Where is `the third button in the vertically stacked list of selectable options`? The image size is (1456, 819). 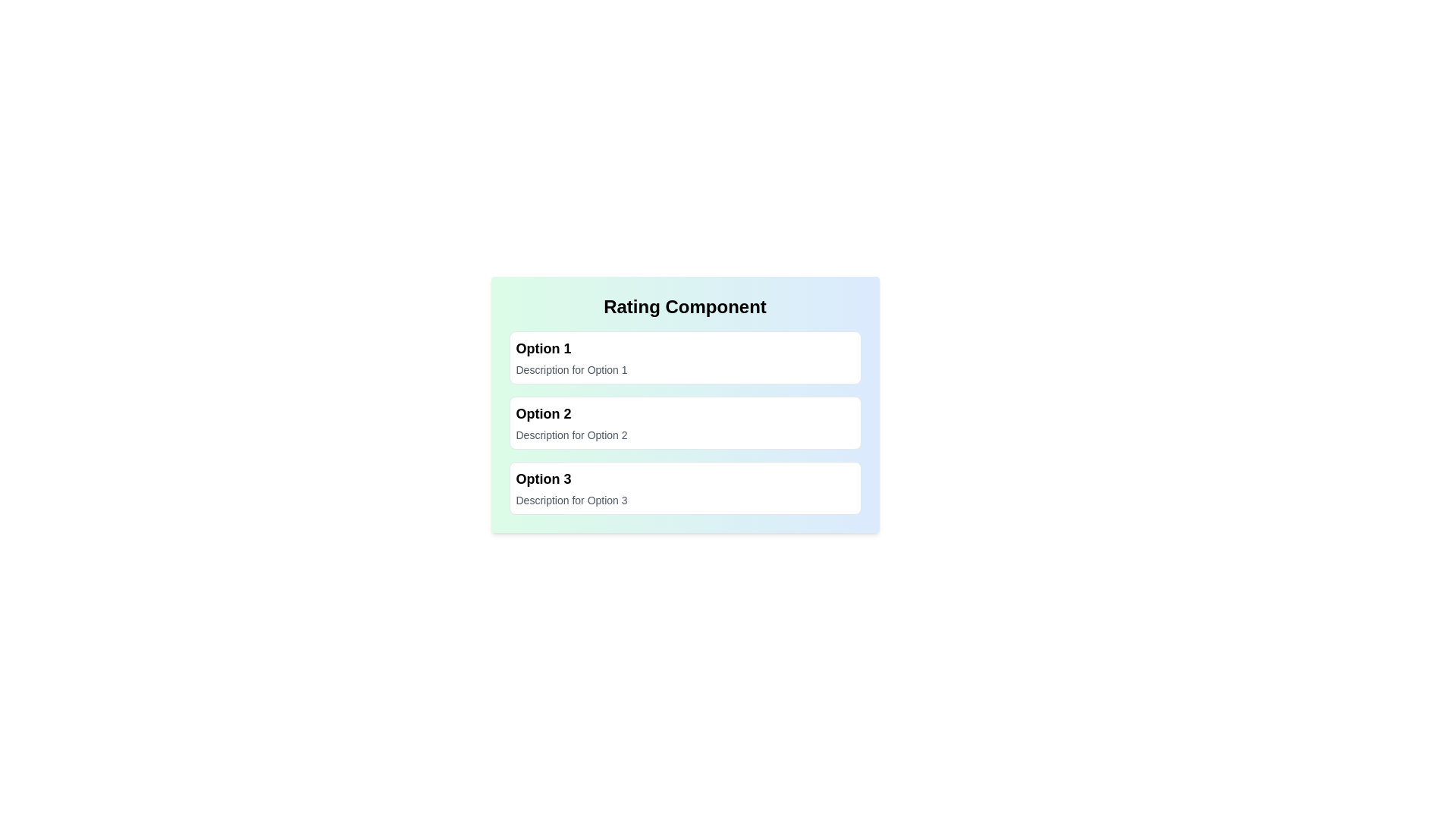 the third button in the vertically stacked list of selectable options is located at coordinates (684, 488).